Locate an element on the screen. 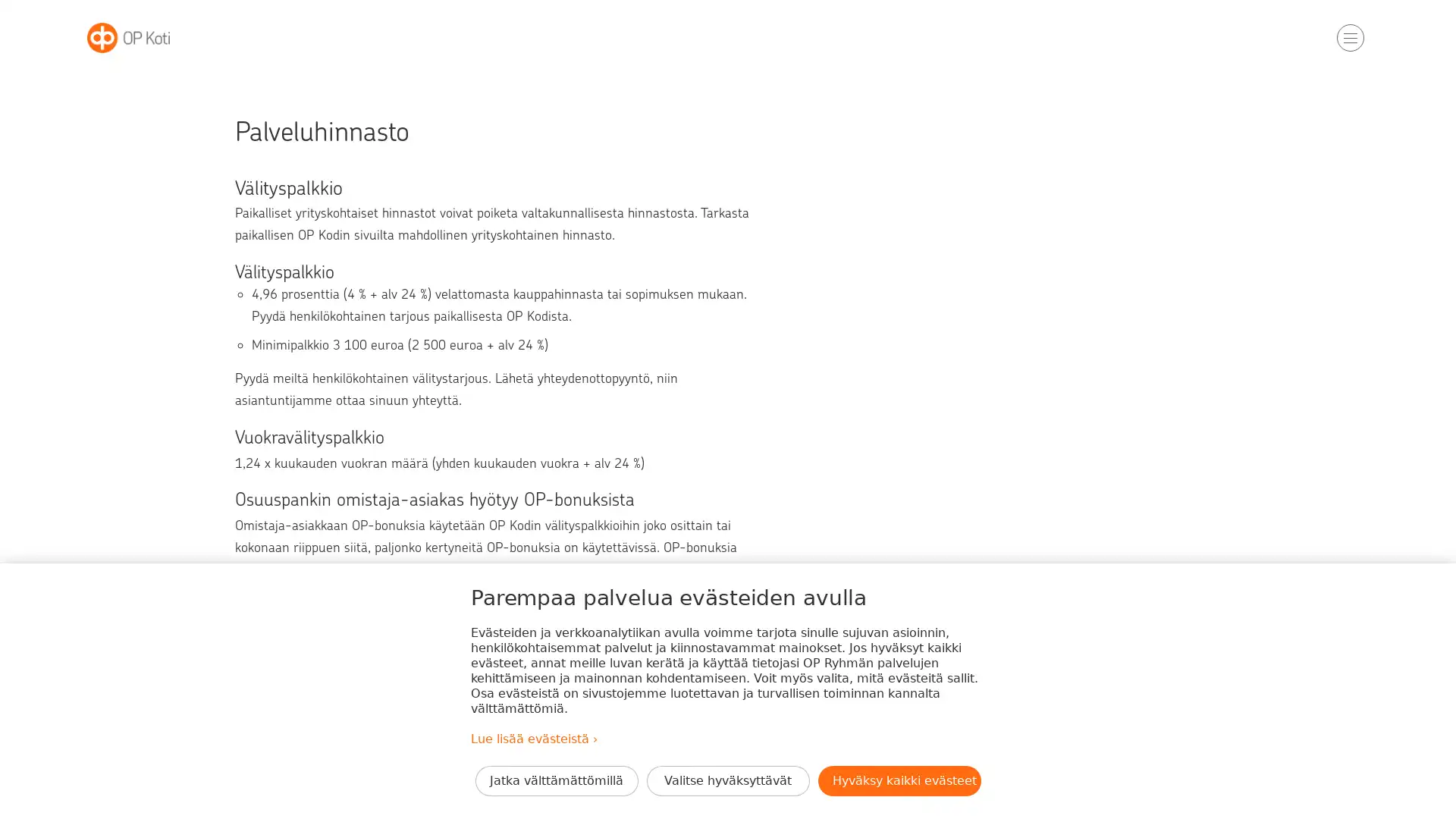  Hyvaksy kaikki evasteet is located at coordinates (899, 780).